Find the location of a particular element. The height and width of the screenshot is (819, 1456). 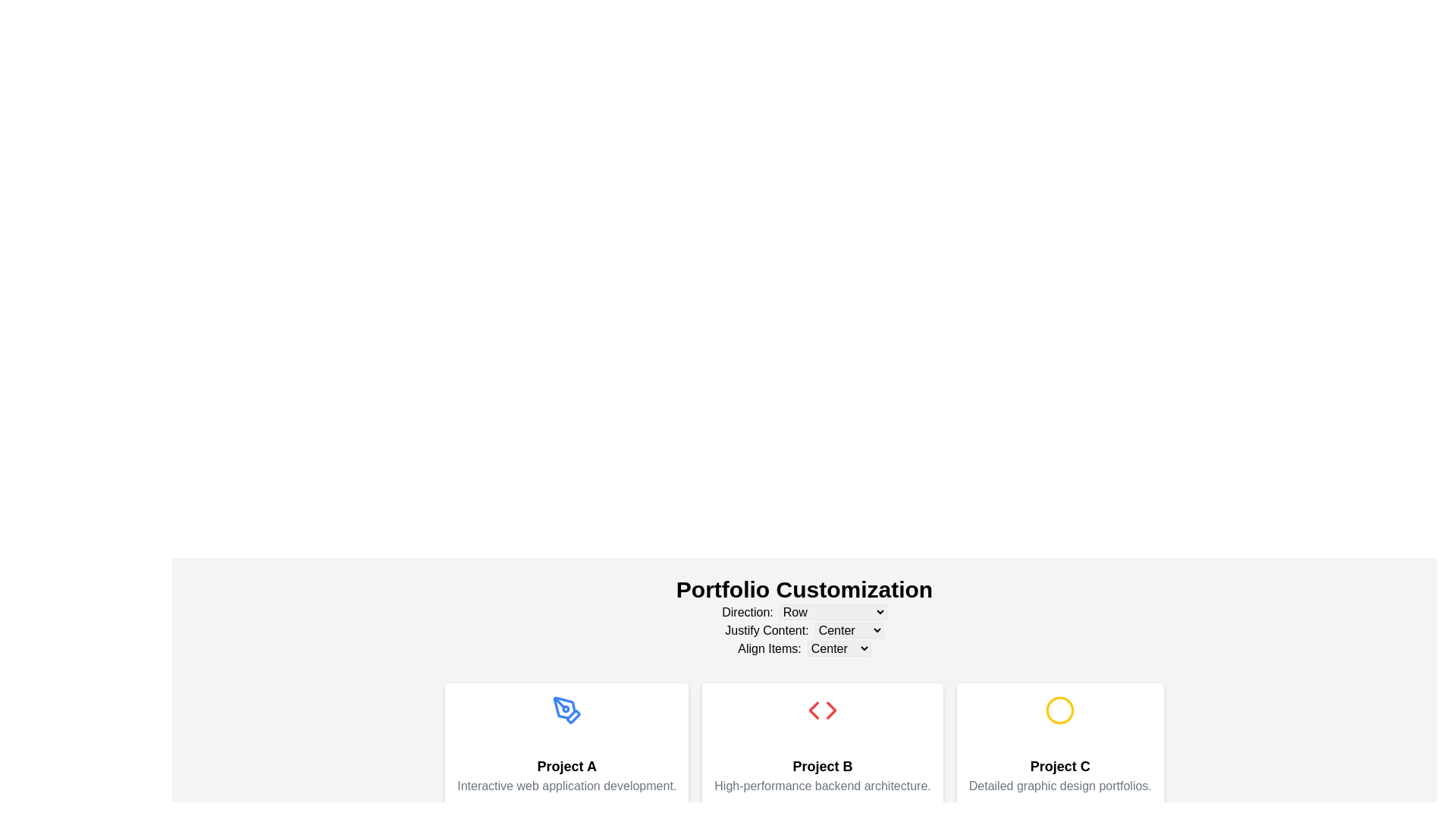

the text label displaying 'Project A', which is styled with bold typography and serves as a heading in the project cards interface is located at coordinates (566, 766).